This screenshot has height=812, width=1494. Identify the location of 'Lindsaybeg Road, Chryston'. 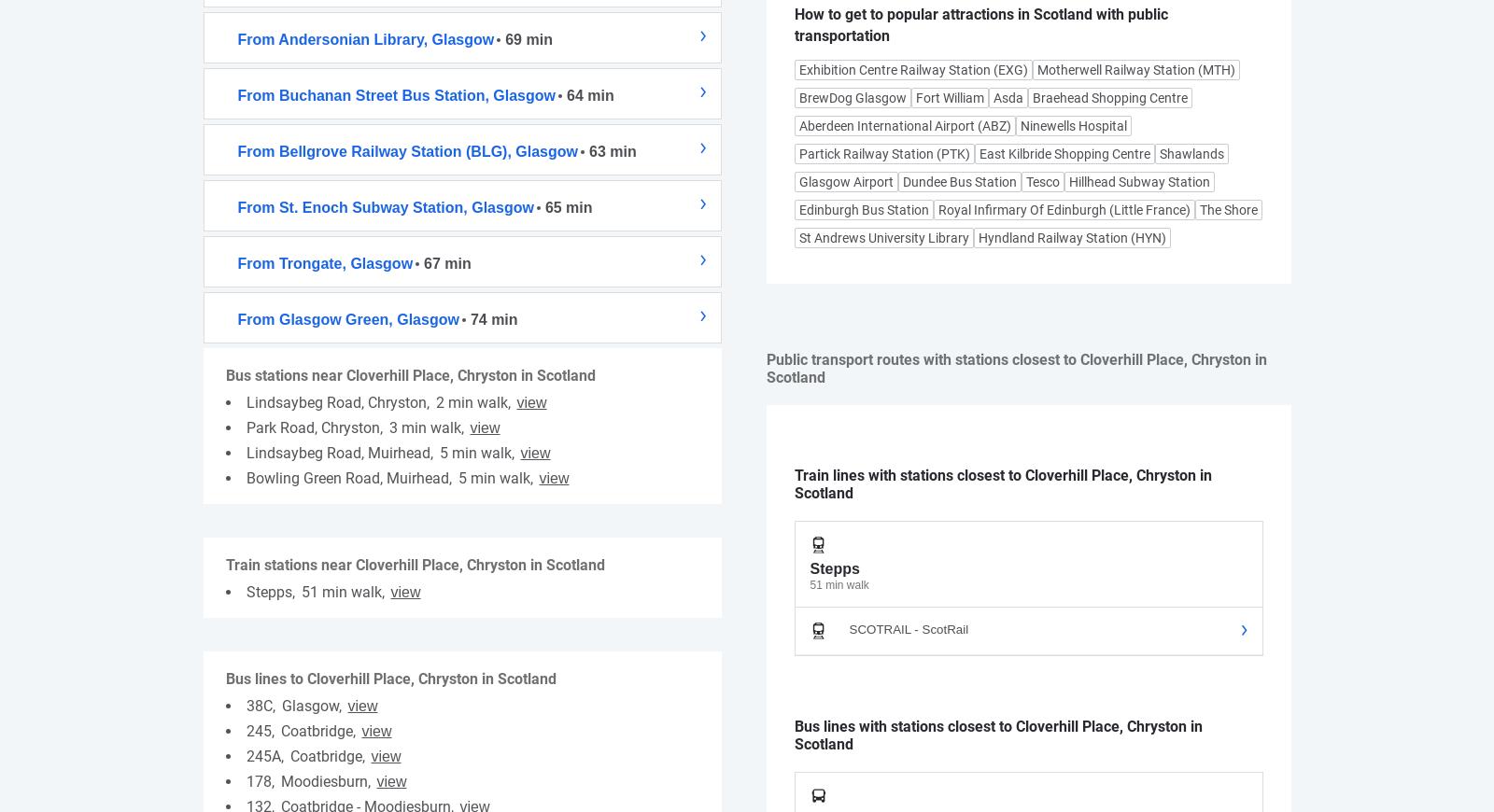
(246, 401).